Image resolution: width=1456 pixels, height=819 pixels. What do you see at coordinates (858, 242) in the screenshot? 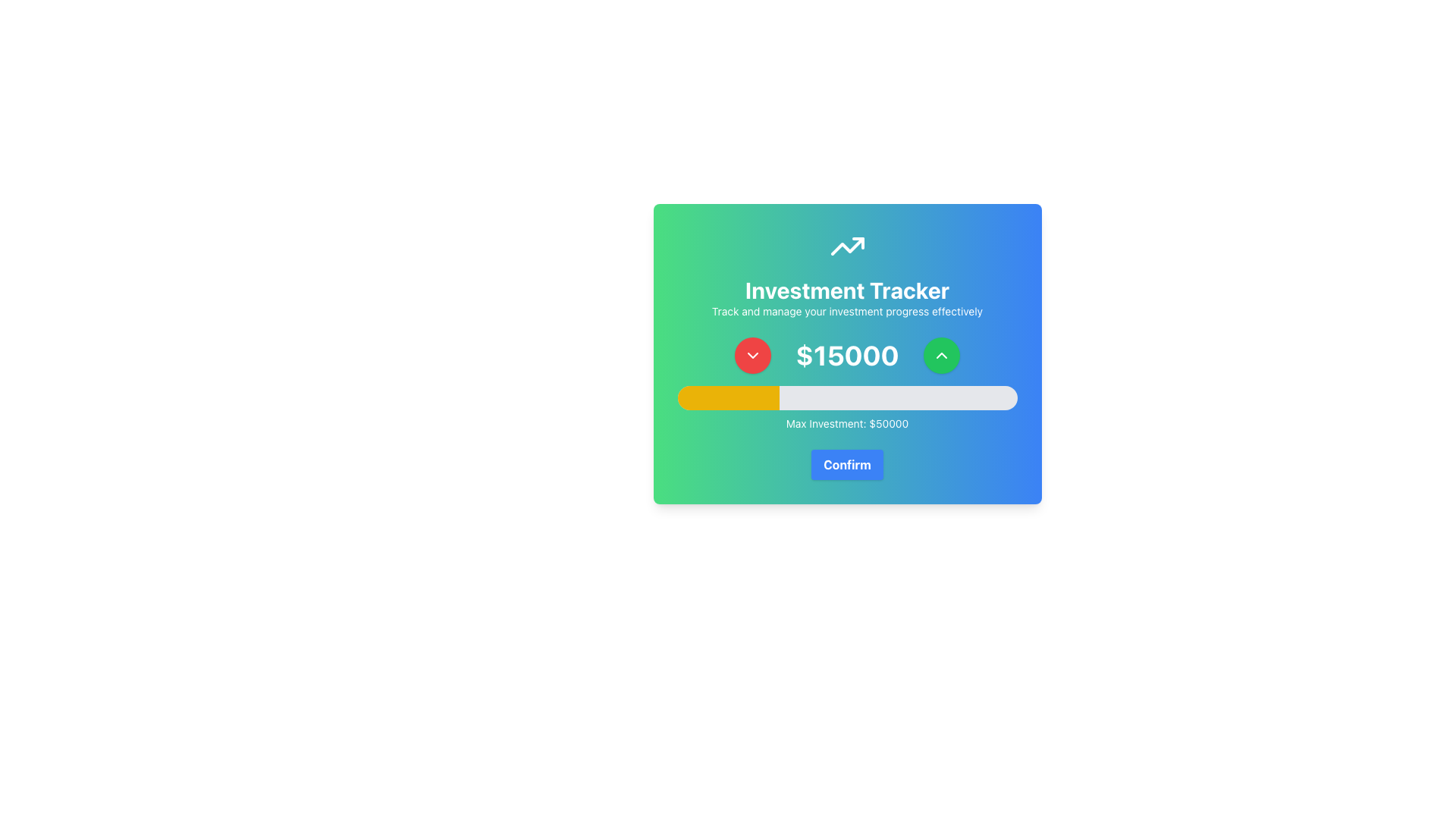
I see `the small upward-pointing triangular icon within the SVG graphic of the trending line chart, located at the top-middle region of the 'Investment Tracker' card` at bounding box center [858, 242].